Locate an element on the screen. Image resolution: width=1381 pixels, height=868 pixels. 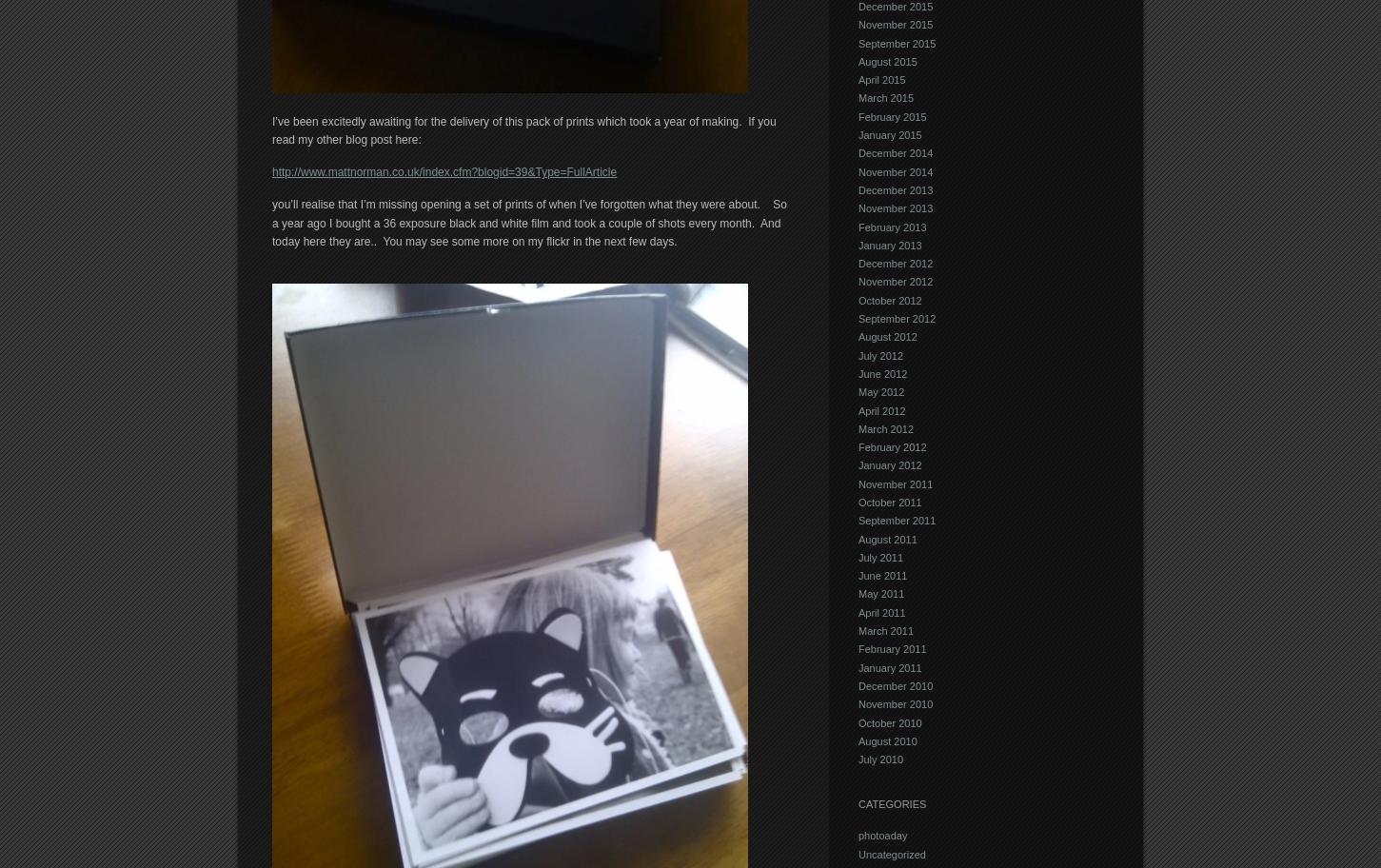
'August 2010' is located at coordinates (887, 740).